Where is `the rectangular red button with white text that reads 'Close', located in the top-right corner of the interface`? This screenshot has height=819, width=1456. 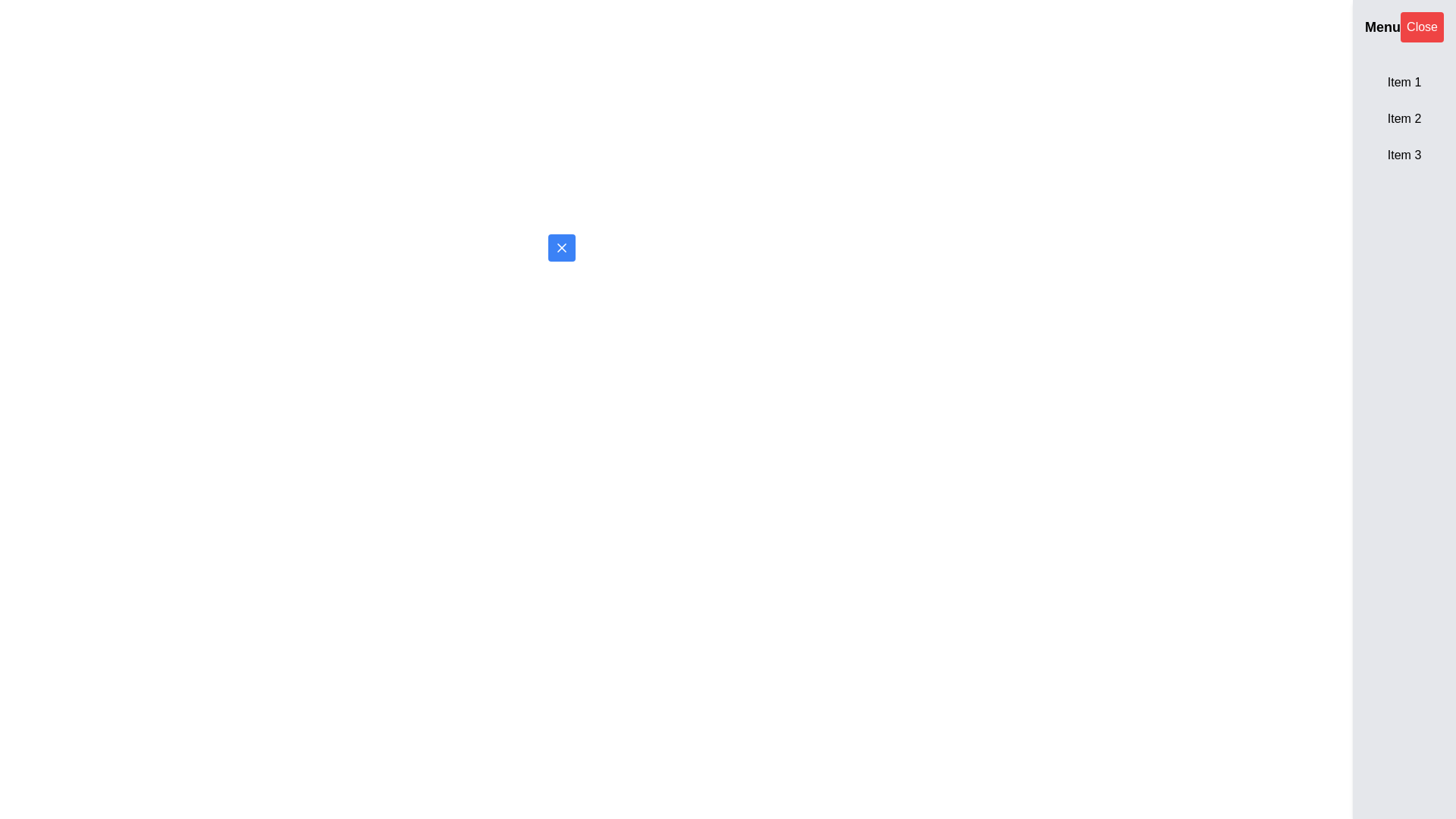 the rectangular red button with white text that reads 'Close', located in the top-right corner of the interface is located at coordinates (1421, 27).